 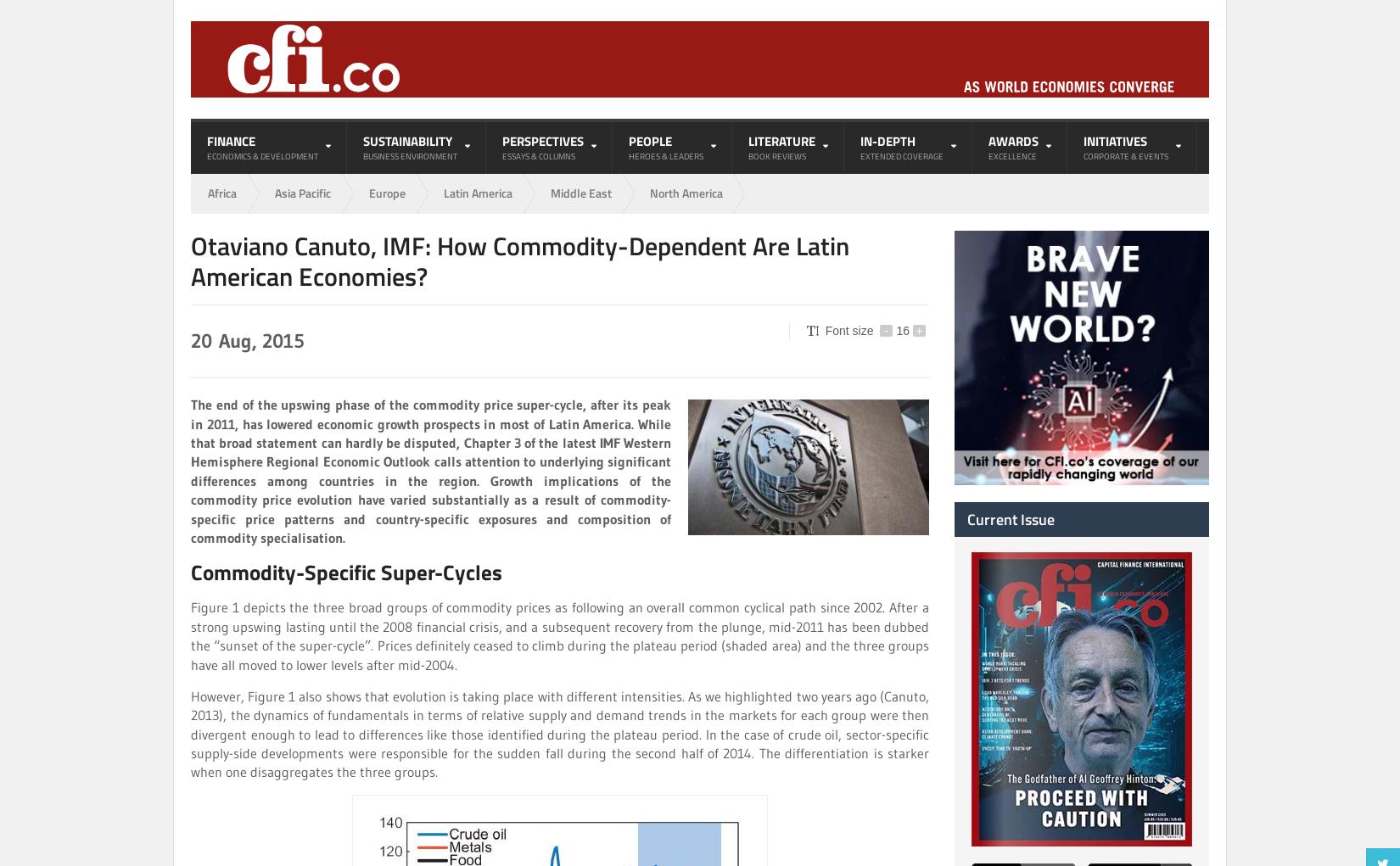 I want to click on '20', so click(x=191, y=339).